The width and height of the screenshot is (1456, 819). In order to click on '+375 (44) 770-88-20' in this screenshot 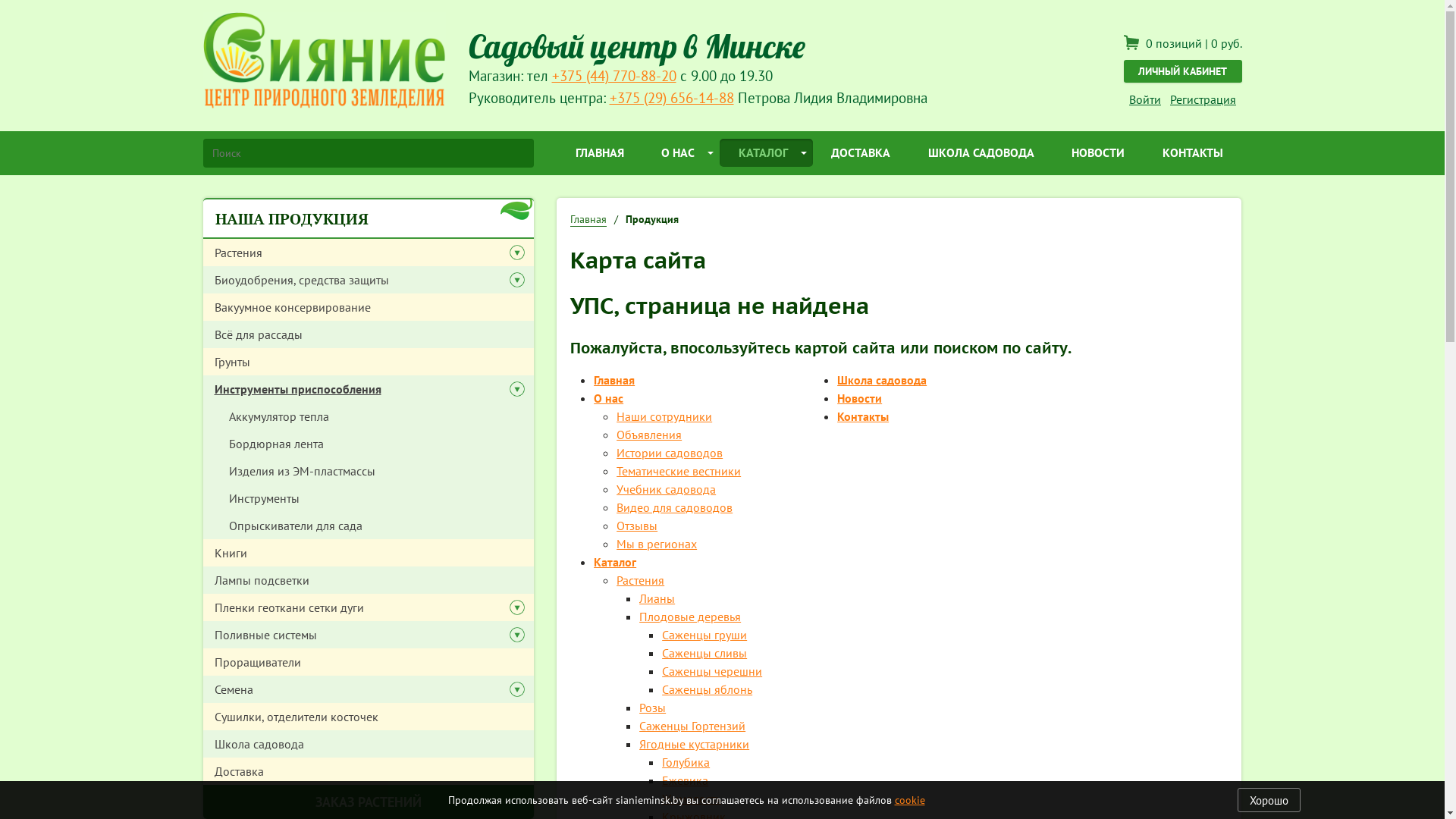, I will do `click(614, 75)`.